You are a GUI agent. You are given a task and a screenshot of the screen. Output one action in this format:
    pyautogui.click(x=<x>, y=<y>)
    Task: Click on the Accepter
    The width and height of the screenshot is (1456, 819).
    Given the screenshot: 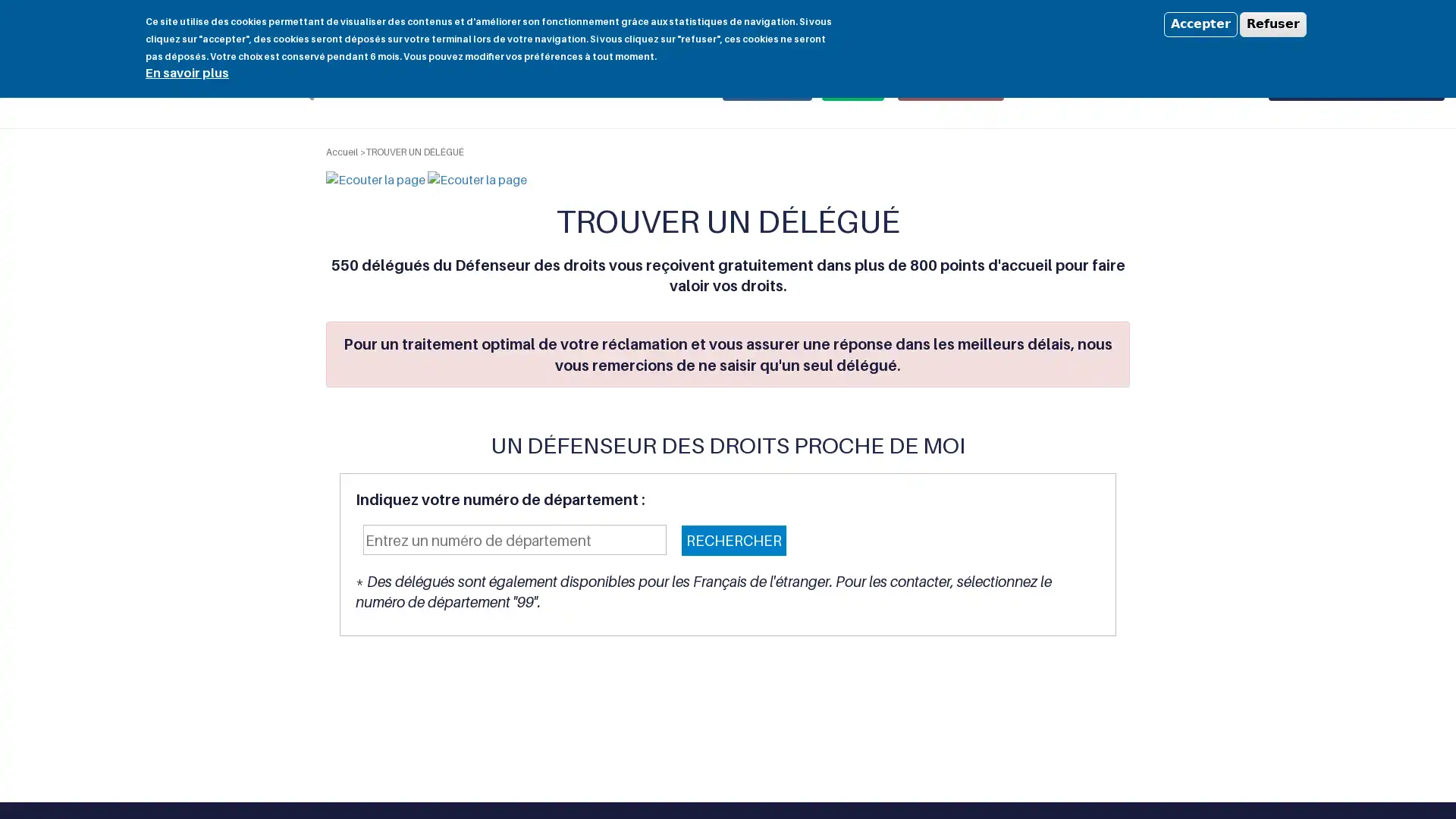 What is the action you would take?
    pyautogui.click(x=1200, y=24)
    